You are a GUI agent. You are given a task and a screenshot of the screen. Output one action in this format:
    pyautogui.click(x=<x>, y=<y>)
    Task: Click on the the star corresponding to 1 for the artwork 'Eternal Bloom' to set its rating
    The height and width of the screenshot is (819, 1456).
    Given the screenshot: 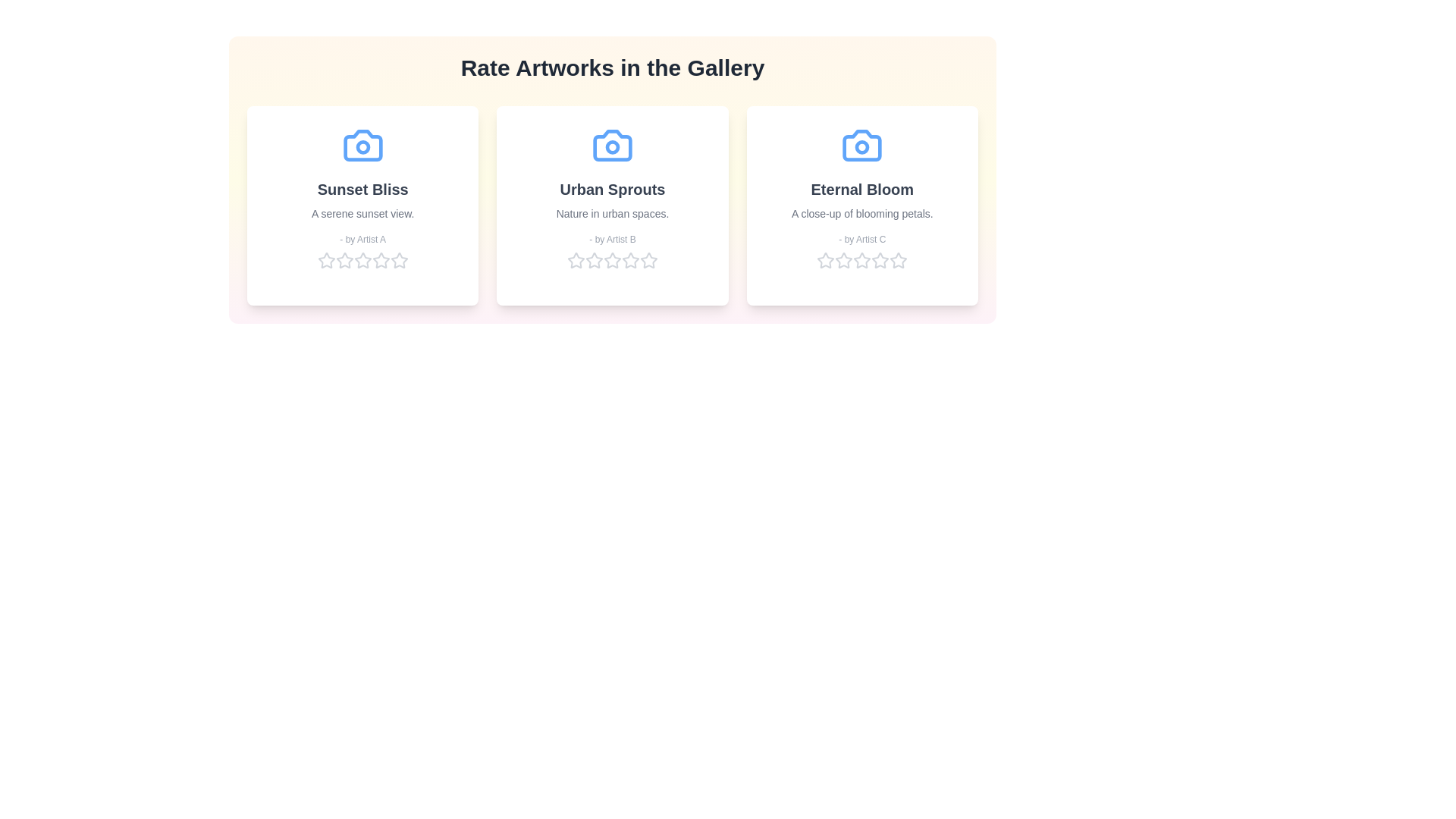 What is the action you would take?
    pyautogui.click(x=825, y=259)
    